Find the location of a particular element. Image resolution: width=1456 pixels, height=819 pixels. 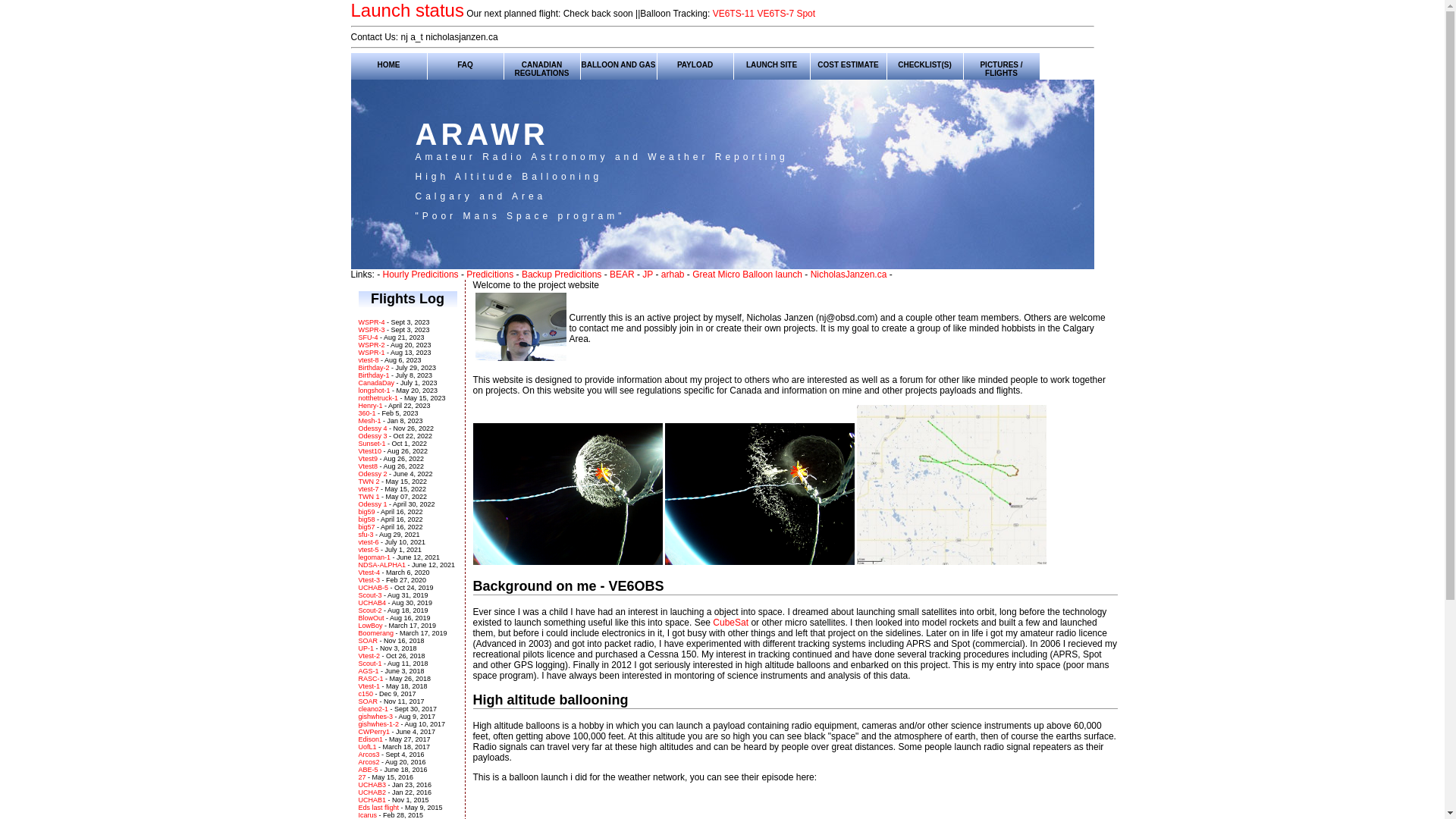

'CanadaDay' is located at coordinates (375, 382).